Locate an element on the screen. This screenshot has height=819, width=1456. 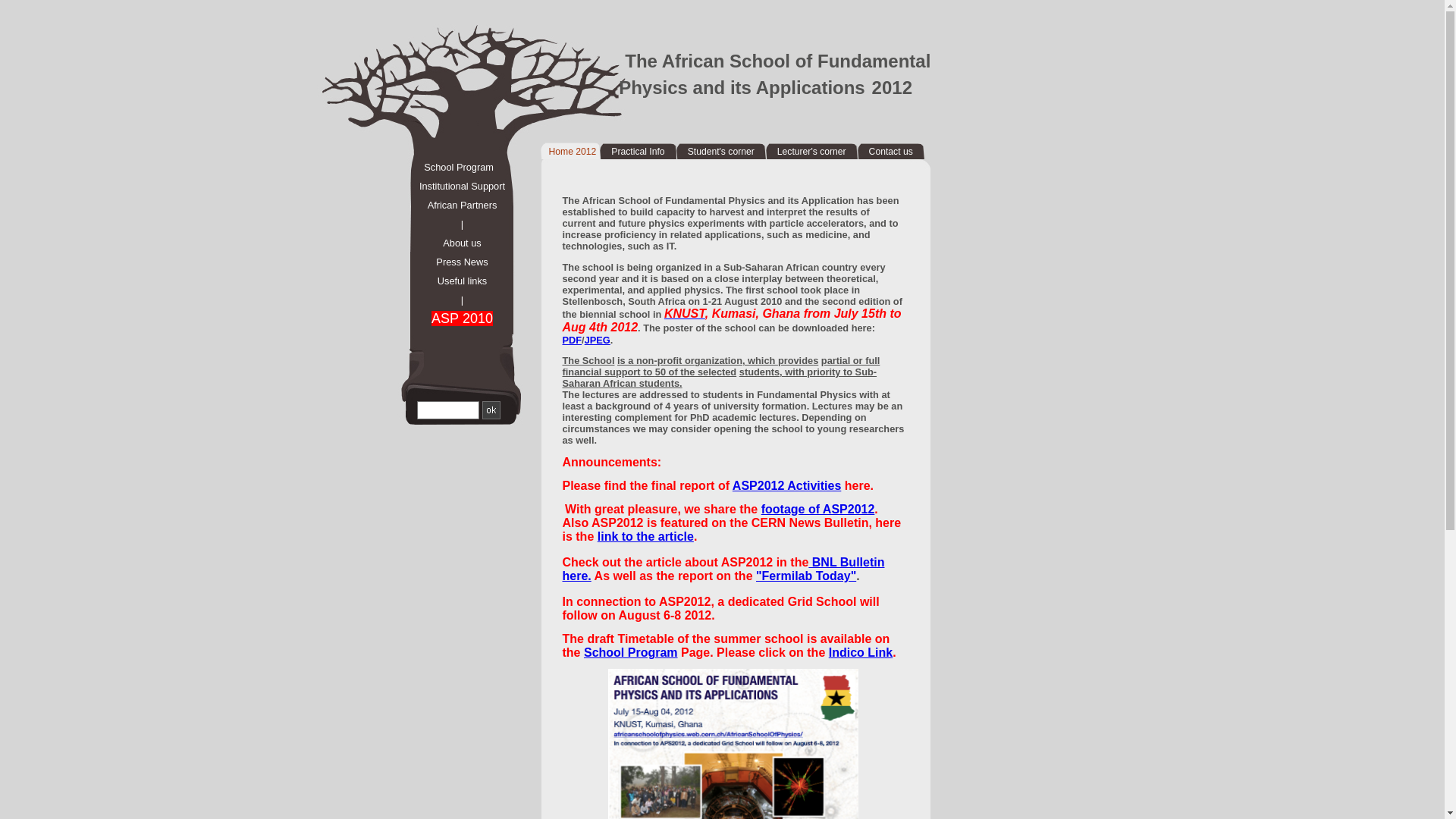
'Press News' is located at coordinates (453, 261).